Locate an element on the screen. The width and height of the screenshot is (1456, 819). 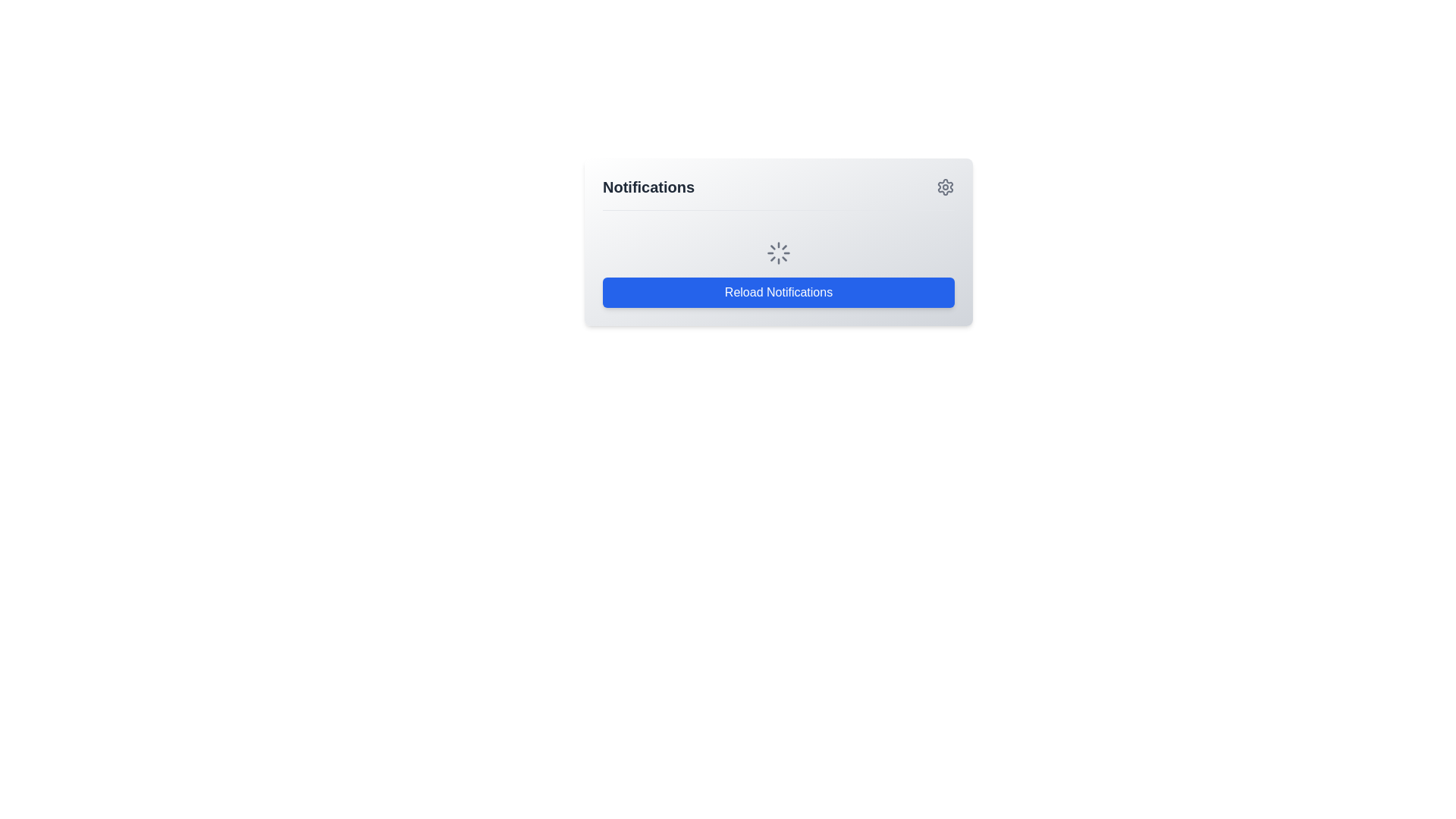
the spinning motion of the Loader icon located beneath the 'Notifications' header and above the 'Reload Notifications' button, which visually indicates an ongoing loading or processing operation is located at coordinates (779, 241).